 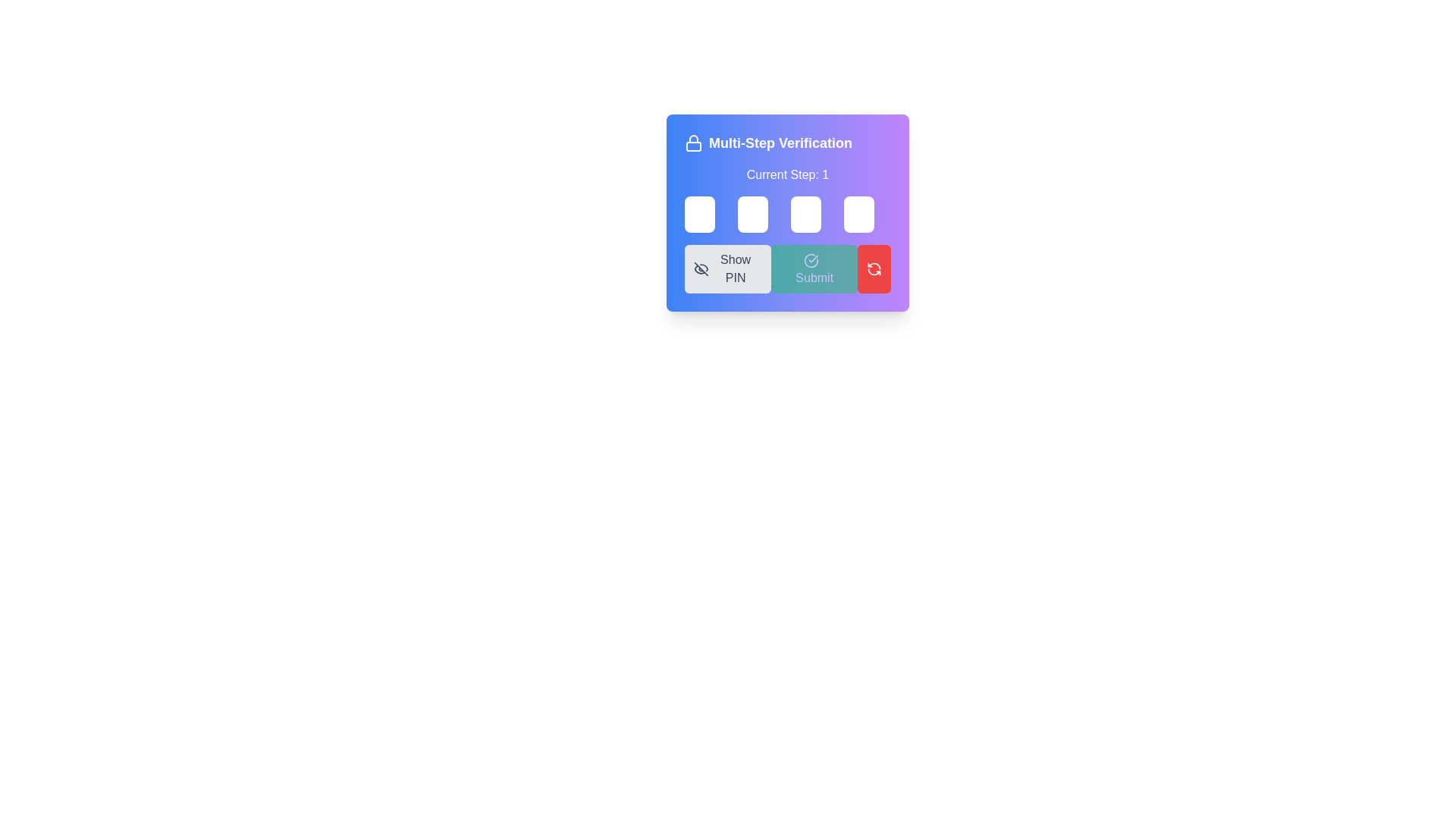 I want to click on the title 'Multi-Step Verification' which is styled with a bold large font and located at the top of the panel, next to a lock icon, so click(x=787, y=143).